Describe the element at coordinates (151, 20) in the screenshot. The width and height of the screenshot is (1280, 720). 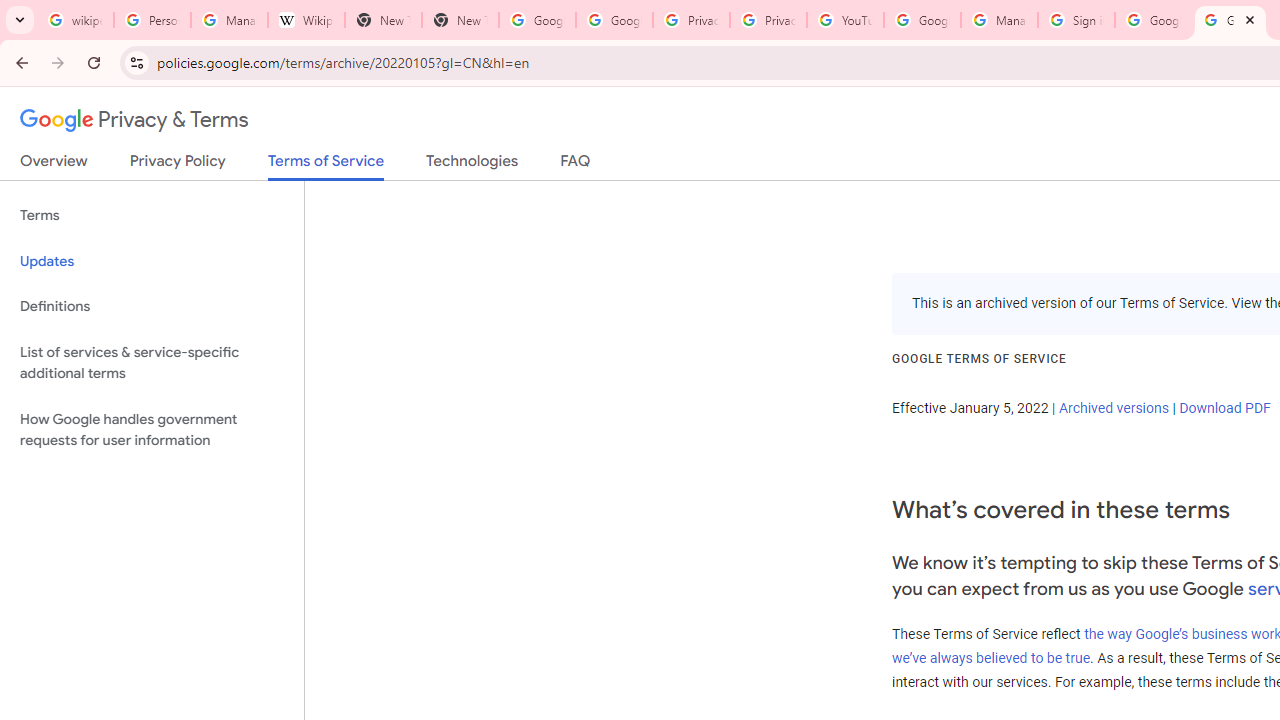
I see `'Personalization & Google Search results - Google Search Help'` at that location.